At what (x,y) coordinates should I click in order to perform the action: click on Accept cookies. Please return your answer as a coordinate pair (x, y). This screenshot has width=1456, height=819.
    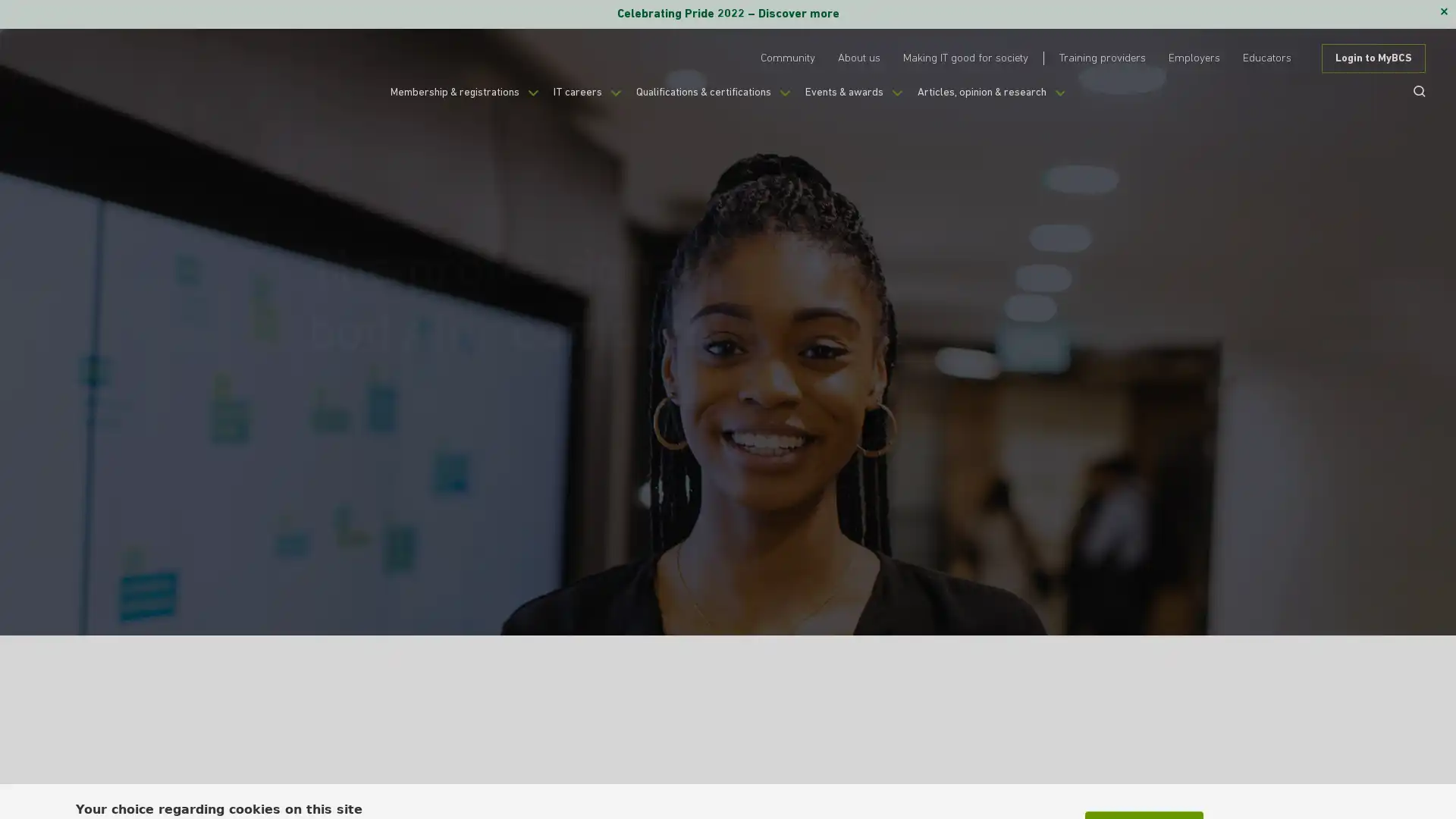
    Looking at the image, I should click on (1144, 778).